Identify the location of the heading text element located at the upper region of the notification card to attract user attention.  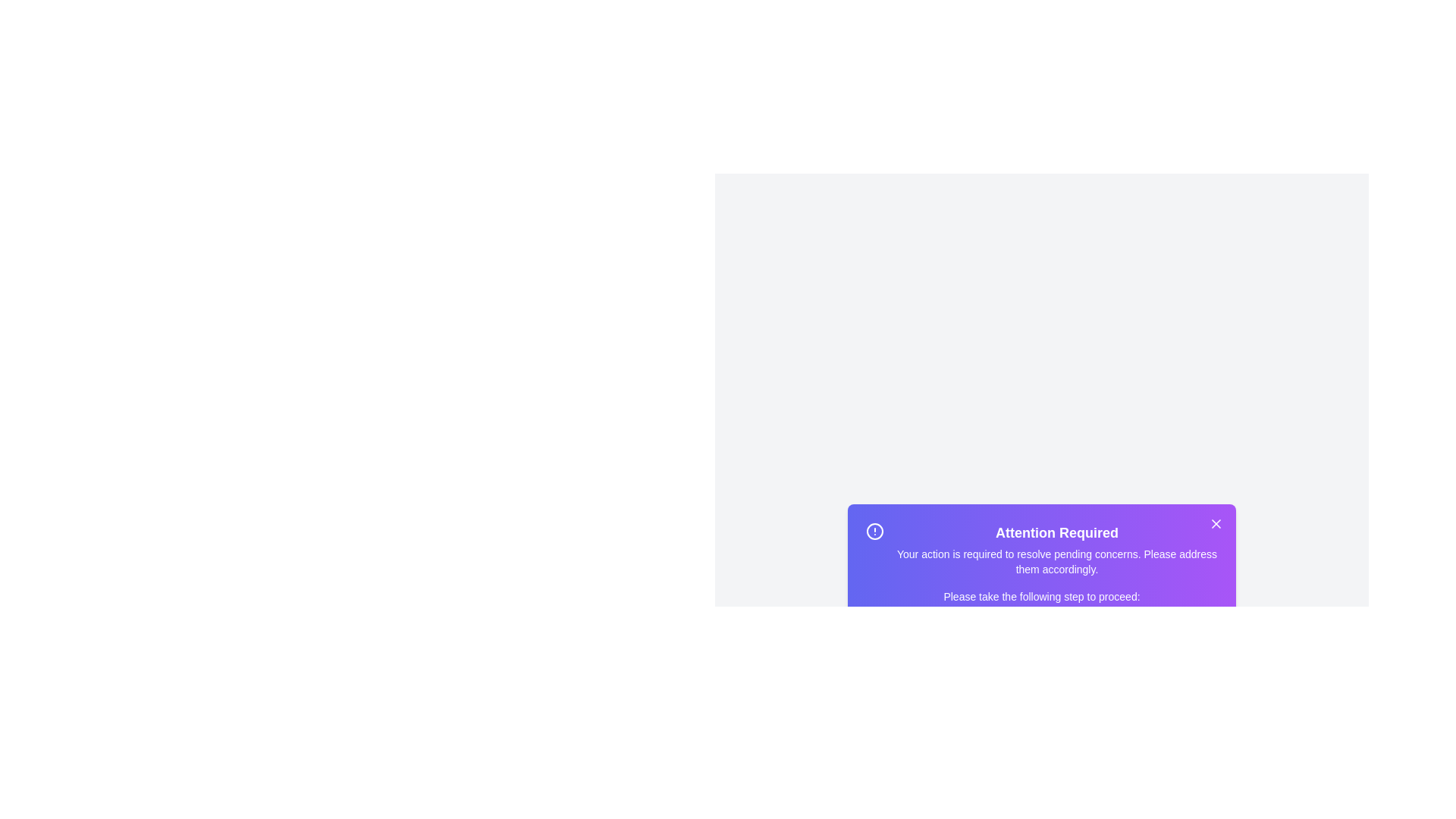
(1056, 532).